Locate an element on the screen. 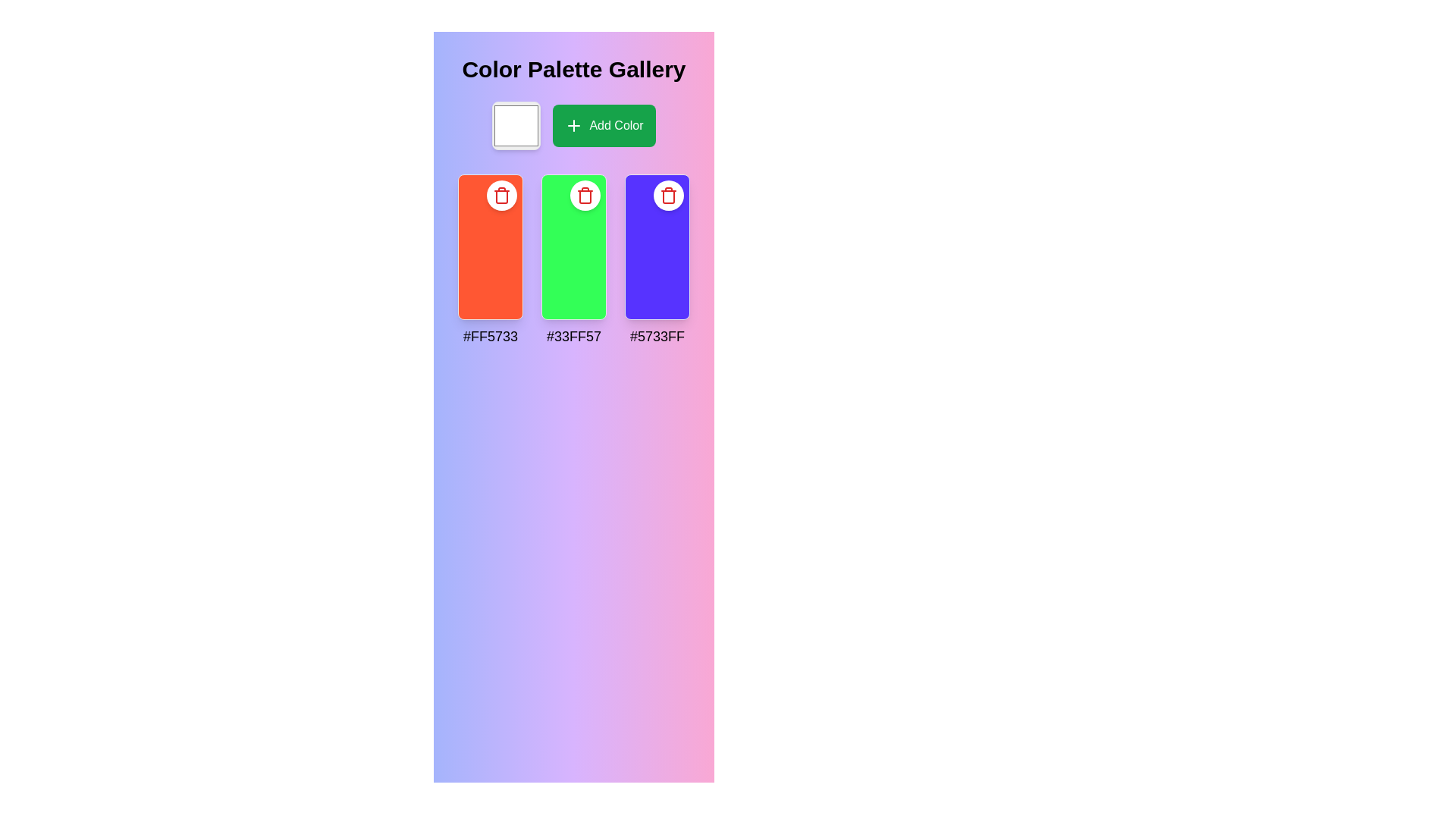 The image size is (1456, 819). the plus icon within the 'Add Color' button, which is a green rounded rectangular button featuring a bold plus icon on the left side of the label is located at coordinates (573, 124).